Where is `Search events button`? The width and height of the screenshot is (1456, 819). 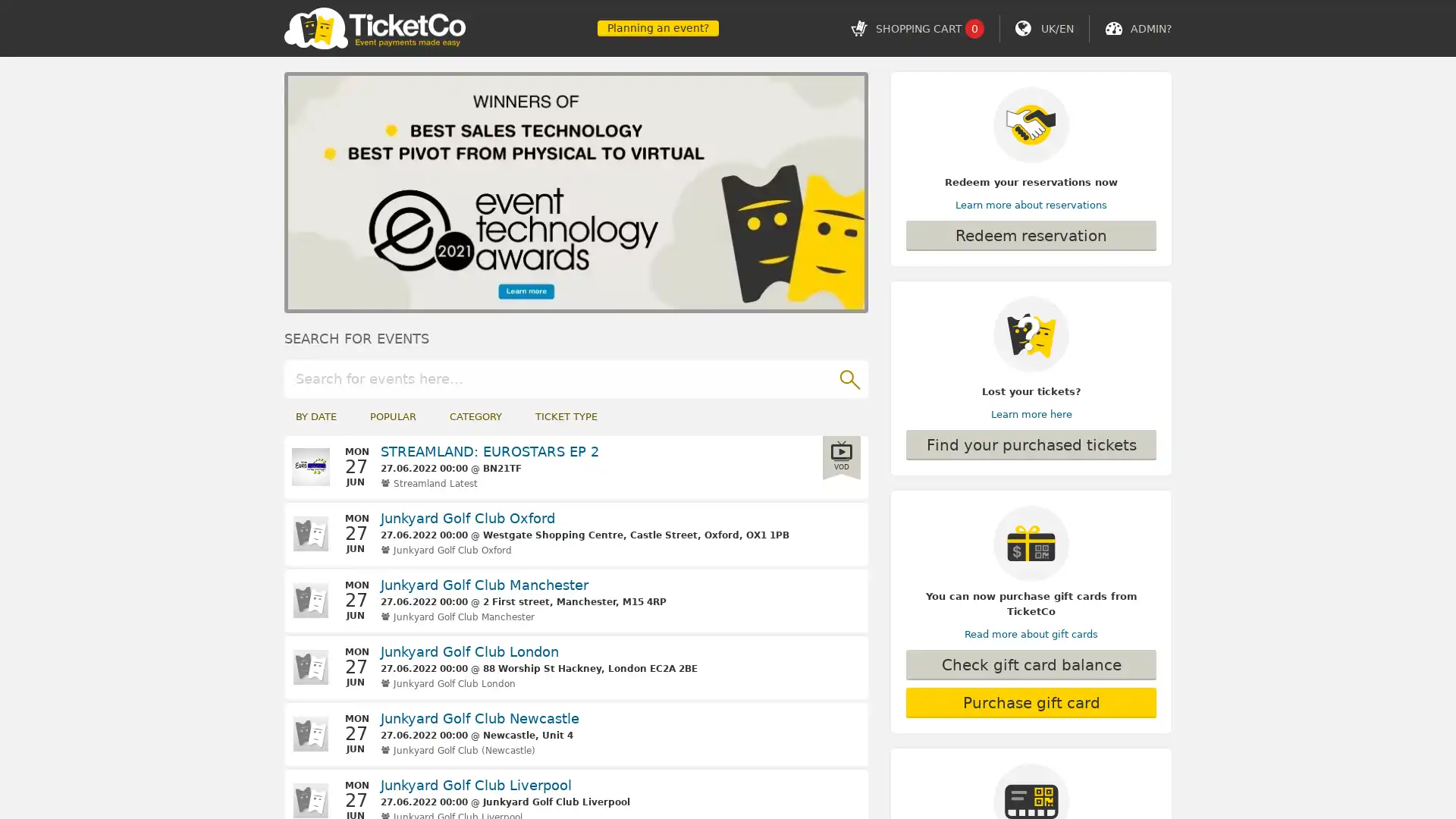 Search events button is located at coordinates (848, 377).